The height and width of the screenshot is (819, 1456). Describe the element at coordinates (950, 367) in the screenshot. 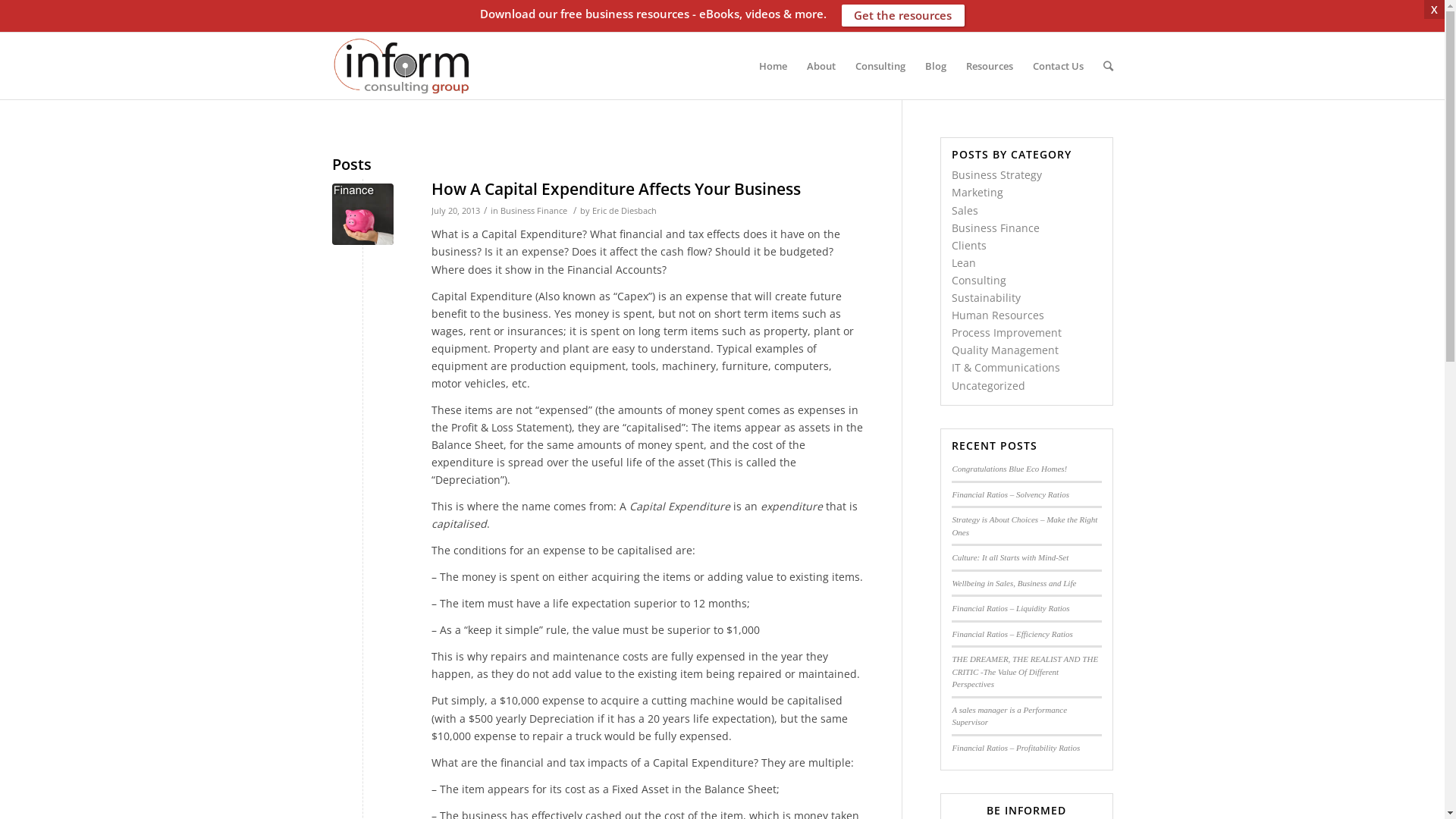

I see `'IT & Communications'` at that location.